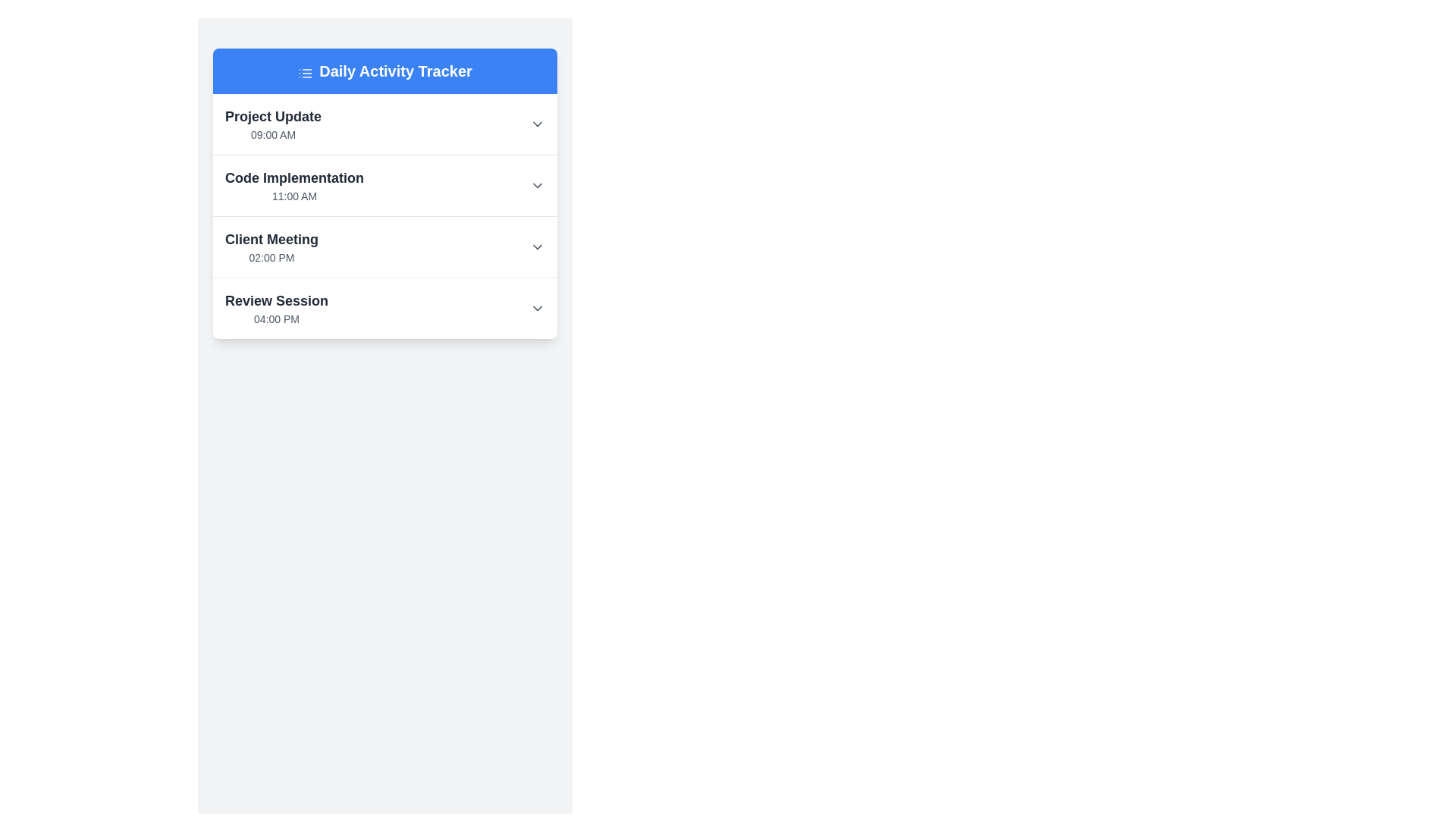 The image size is (1456, 819). What do you see at coordinates (273, 116) in the screenshot?
I see `the Text label that serves as a title or heading for the content below it, located in the topmost section of the vertically stacked list layout, above the text '09:00 AM'` at bounding box center [273, 116].